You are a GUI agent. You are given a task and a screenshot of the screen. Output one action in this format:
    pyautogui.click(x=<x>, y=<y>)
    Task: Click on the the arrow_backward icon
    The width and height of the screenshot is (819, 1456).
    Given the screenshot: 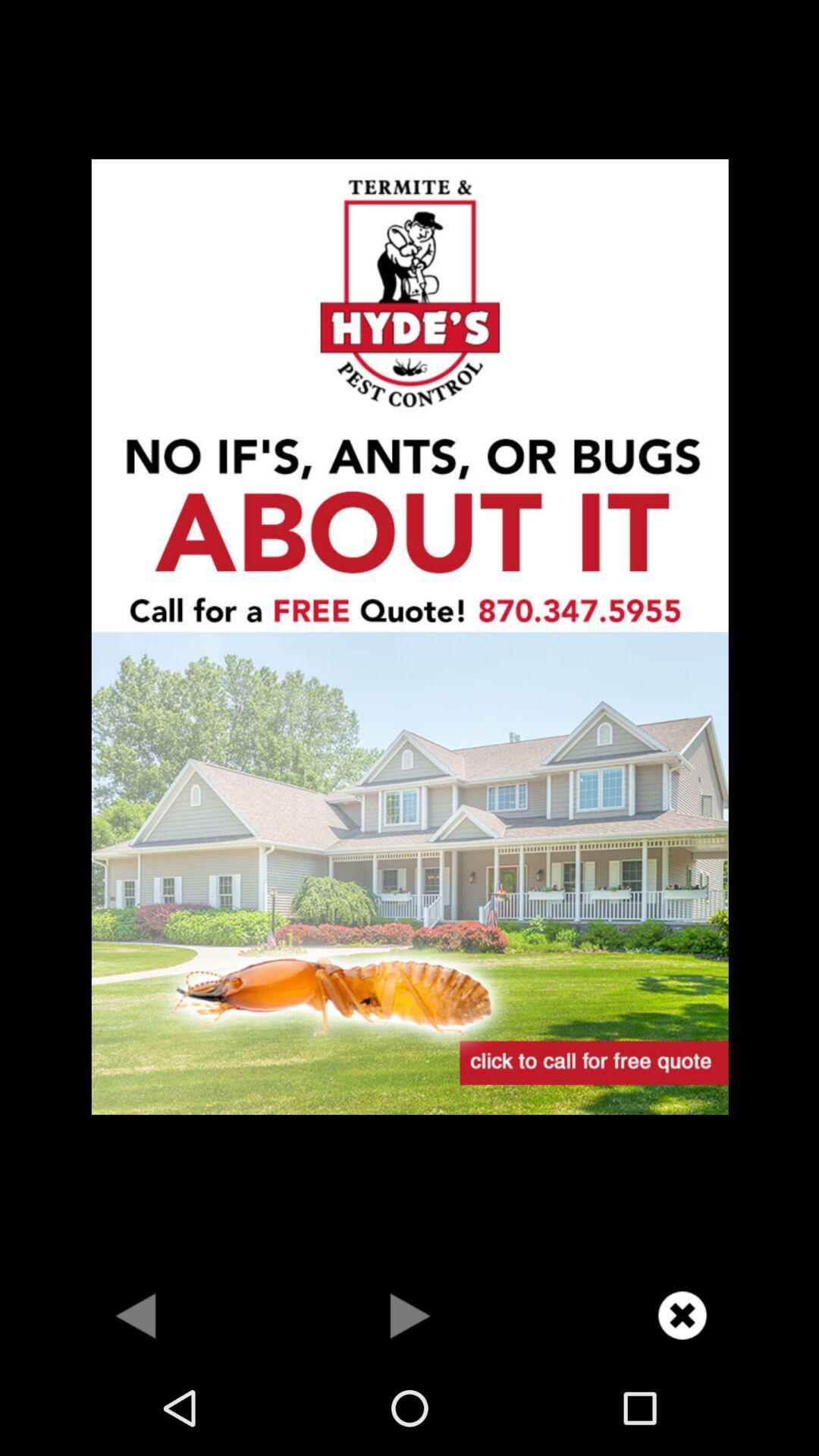 What is the action you would take?
    pyautogui.click(x=136, y=1407)
    